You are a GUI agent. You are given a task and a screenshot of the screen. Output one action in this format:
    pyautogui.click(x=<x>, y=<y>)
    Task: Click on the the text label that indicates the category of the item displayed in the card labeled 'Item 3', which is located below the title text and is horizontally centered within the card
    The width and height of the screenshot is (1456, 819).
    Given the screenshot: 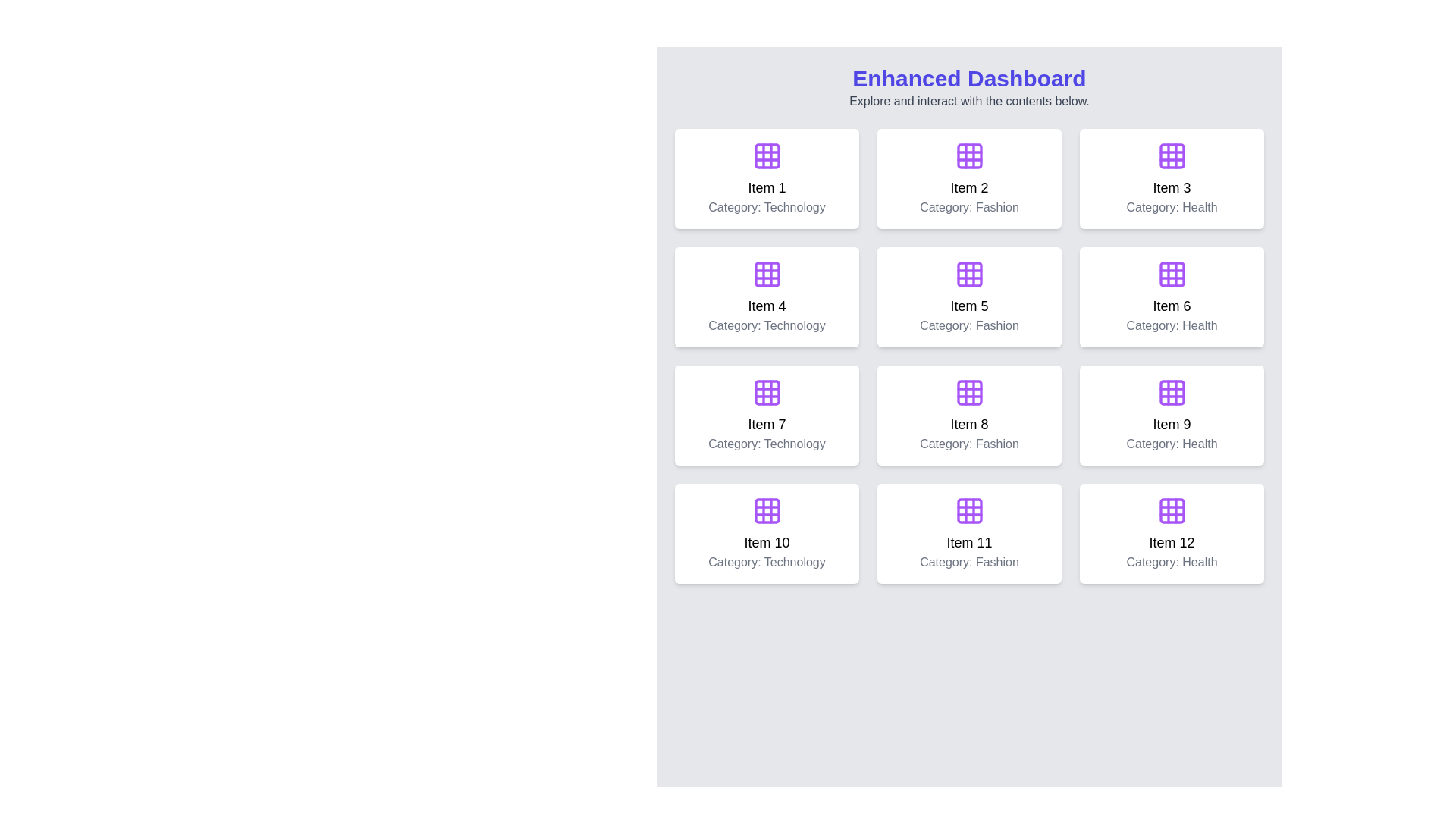 What is the action you would take?
    pyautogui.click(x=1171, y=207)
    